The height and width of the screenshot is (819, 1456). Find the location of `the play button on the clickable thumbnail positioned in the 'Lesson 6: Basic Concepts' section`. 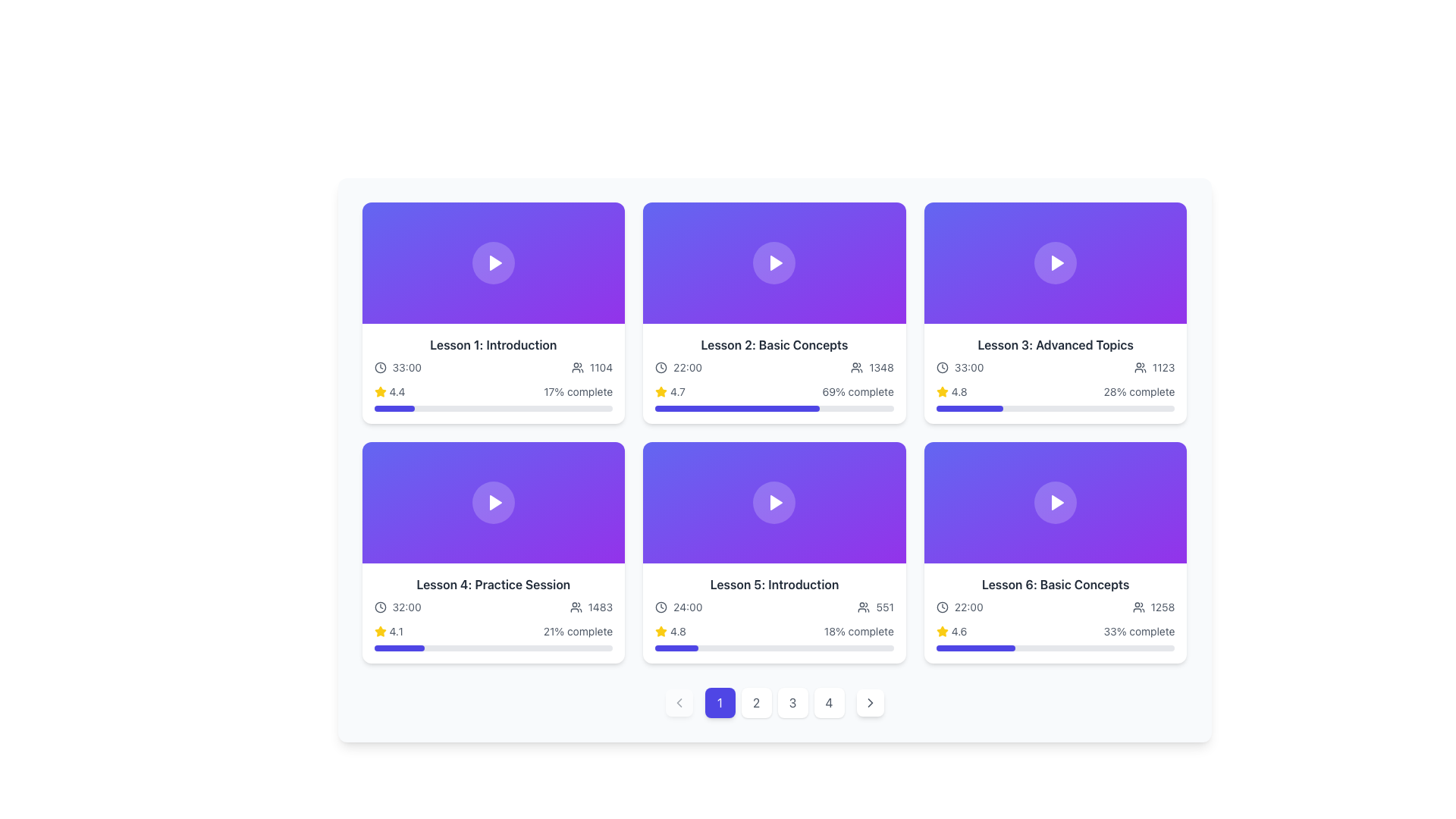

the play button on the clickable thumbnail positioned in the 'Lesson 6: Basic Concepts' section is located at coordinates (1055, 503).